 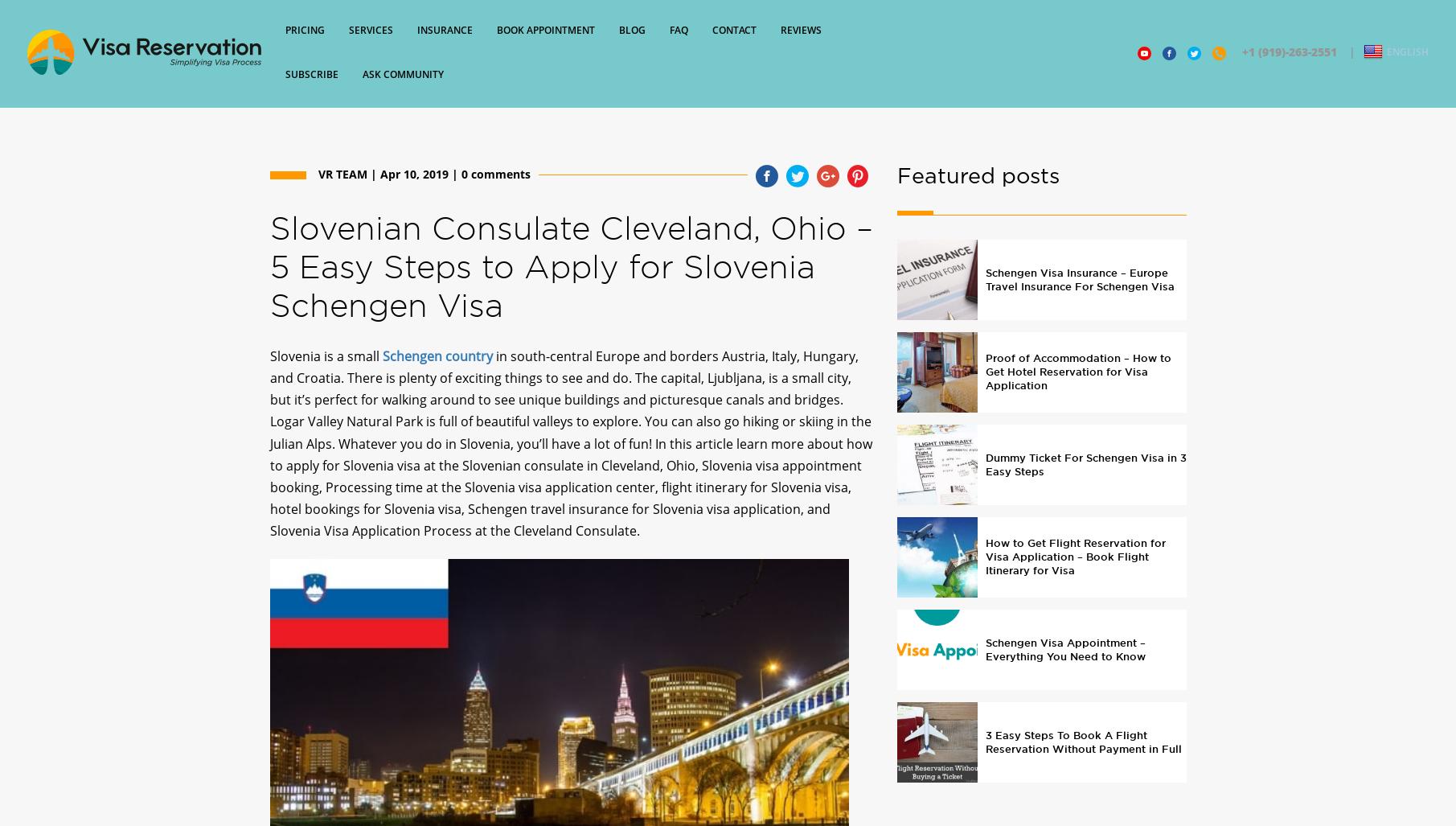 What do you see at coordinates (569, 456) in the screenshot?
I see `'in south-central Europe and borders Austria, Italy, Hungary, and Croatia. There is plenty of exciting things to see and do. The capital, Ljubljana, is a small city, but it’s perfect for walking around to see unique buildings and picturesque canals and bridges. Logar Valley Natural Park is full of beautiful valleys to explore. You can also go hiking or skiing in the Julian Alps. Whatever you do in Slovenia, you’ll have a lot of fun! In this article learn more about how to apply for Slovenia visa at the Slovenian consulate in Cleveland, Ohio, Slovenia visa appointment booking, Processing time at the Slovenia visa application center, flight itinerary for Slovenia visa, hotel bookings for Slovenia visa, Schengen travel insurance for Slovenia visa application, and Slovenia Visa Application Process at the Cleveland Consulate.'` at bounding box center [569, 456].